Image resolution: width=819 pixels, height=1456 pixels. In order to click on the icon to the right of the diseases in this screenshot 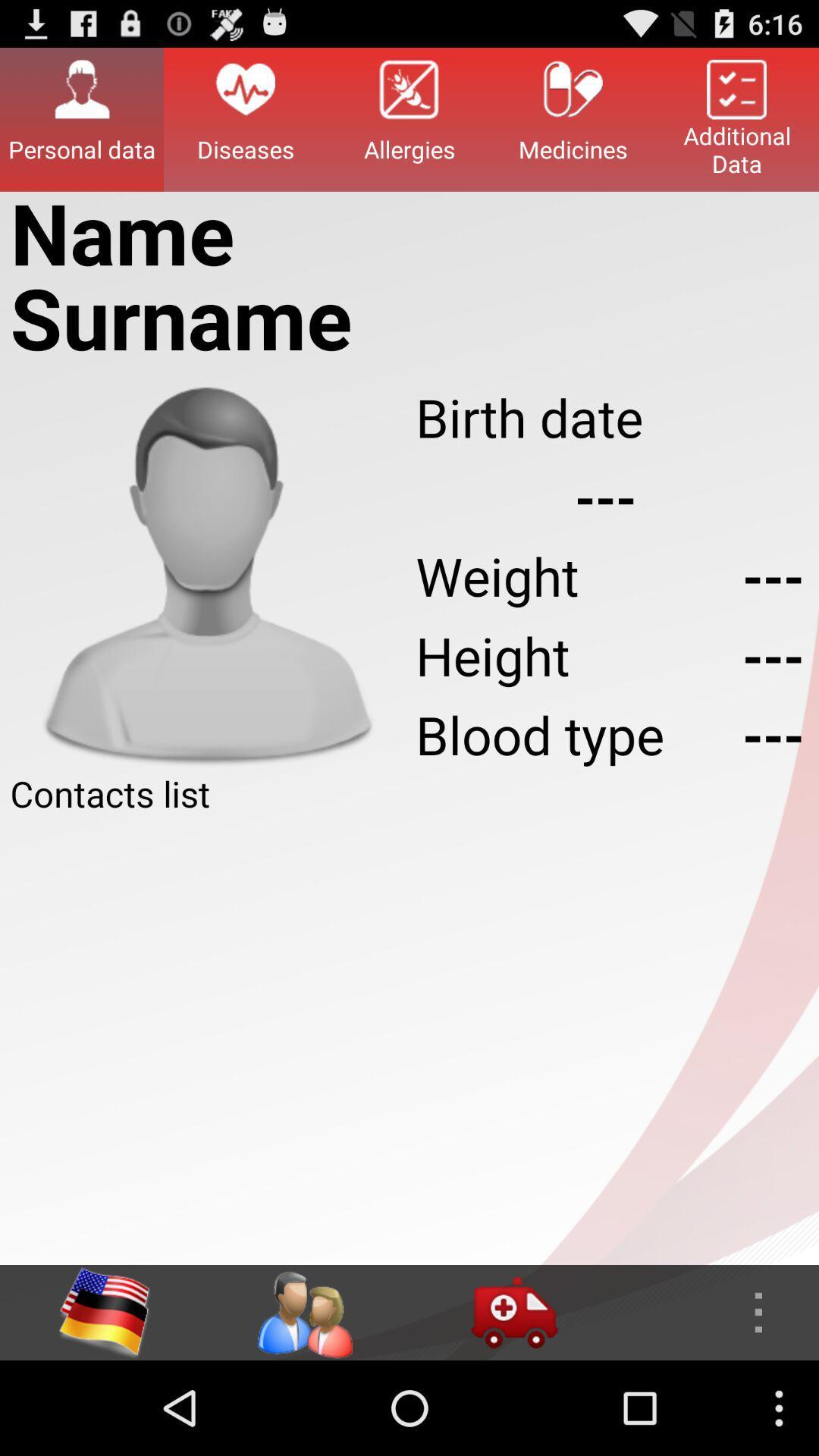, I will do `click(409, 118)`.